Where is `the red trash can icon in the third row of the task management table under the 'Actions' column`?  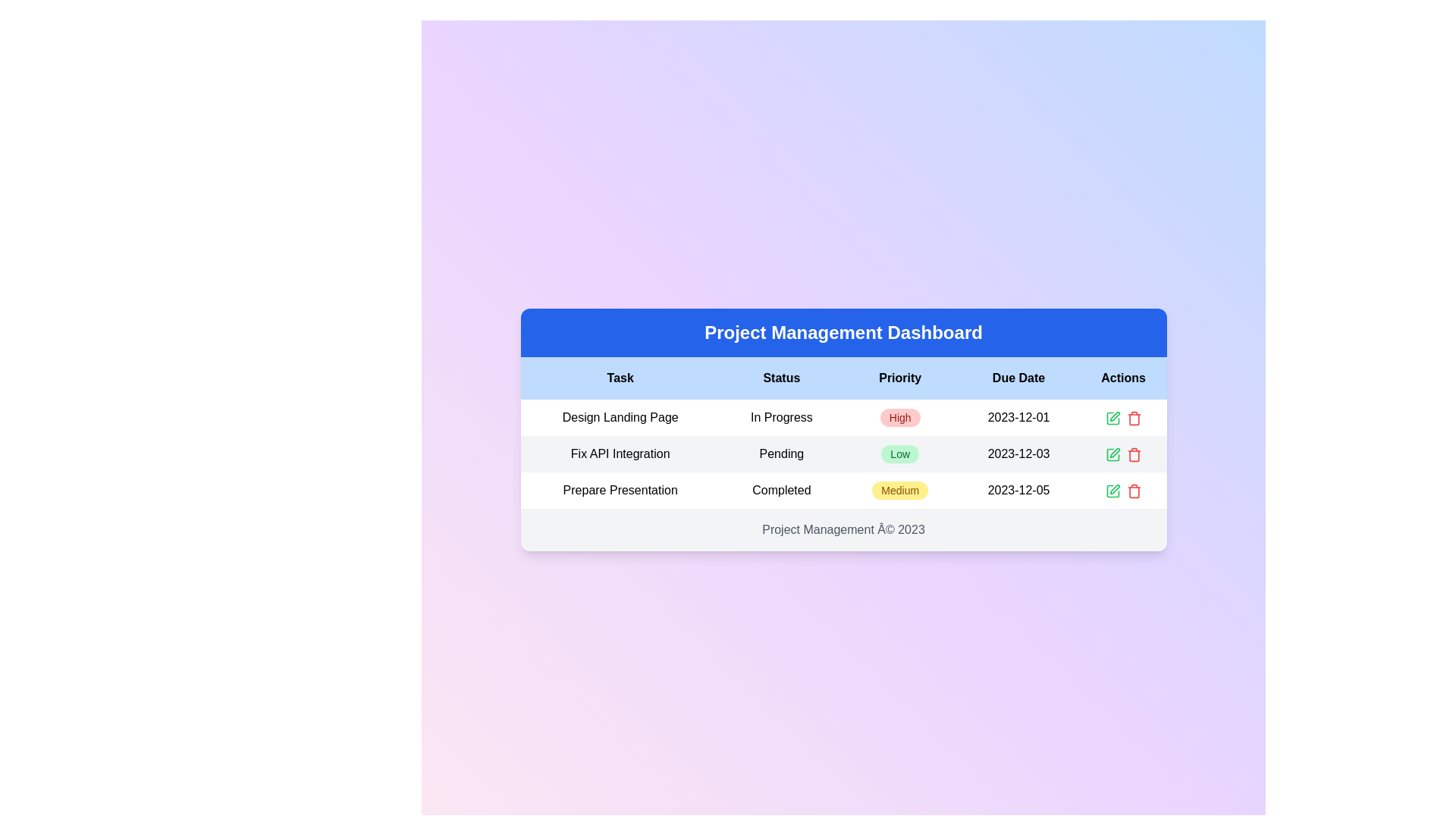
the red trash can icon in the third row of the task management table under the 'Actions' column is located at coordinates (1134, 453).